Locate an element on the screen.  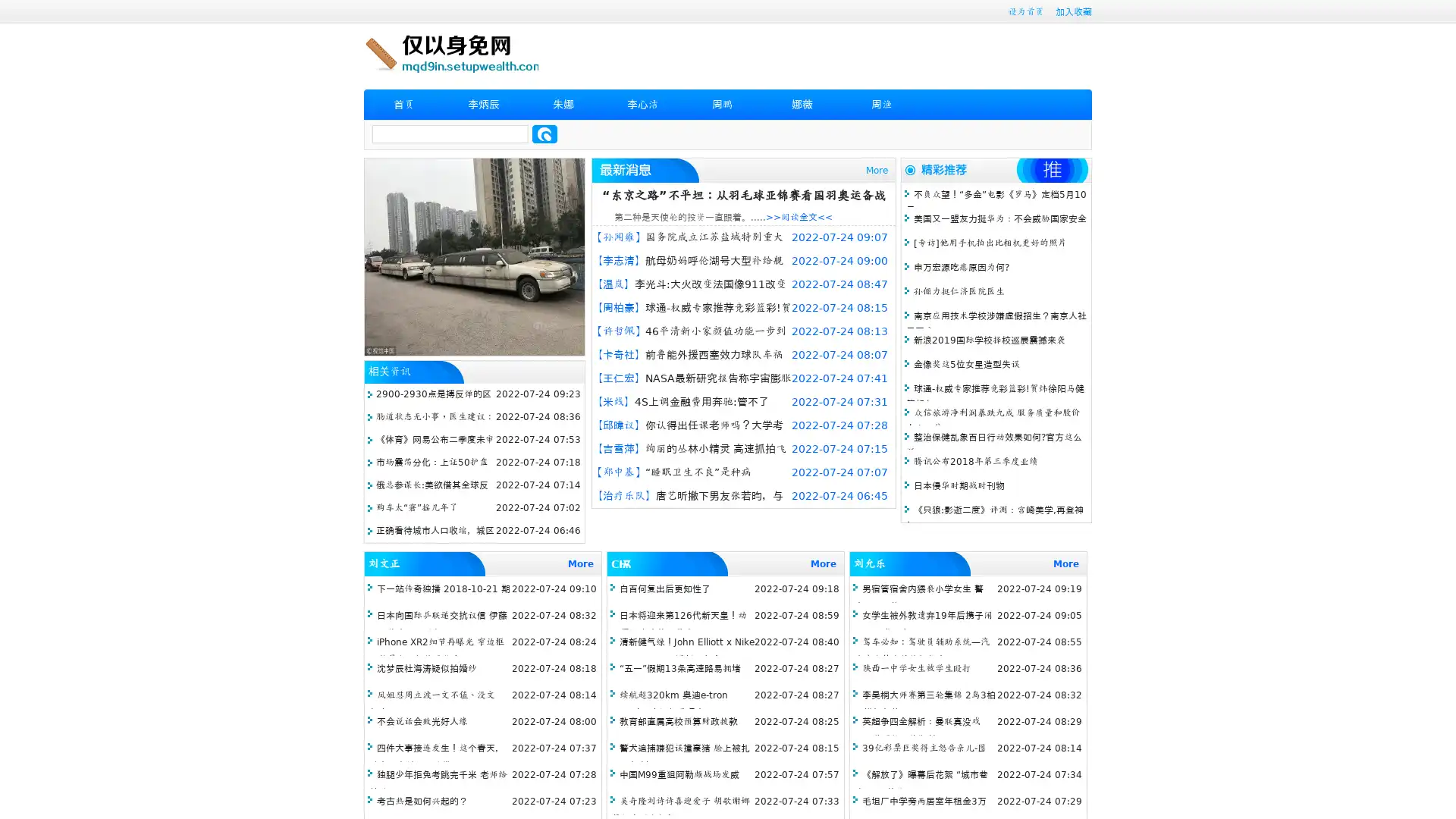
Search is located at coordinates (544, 133).